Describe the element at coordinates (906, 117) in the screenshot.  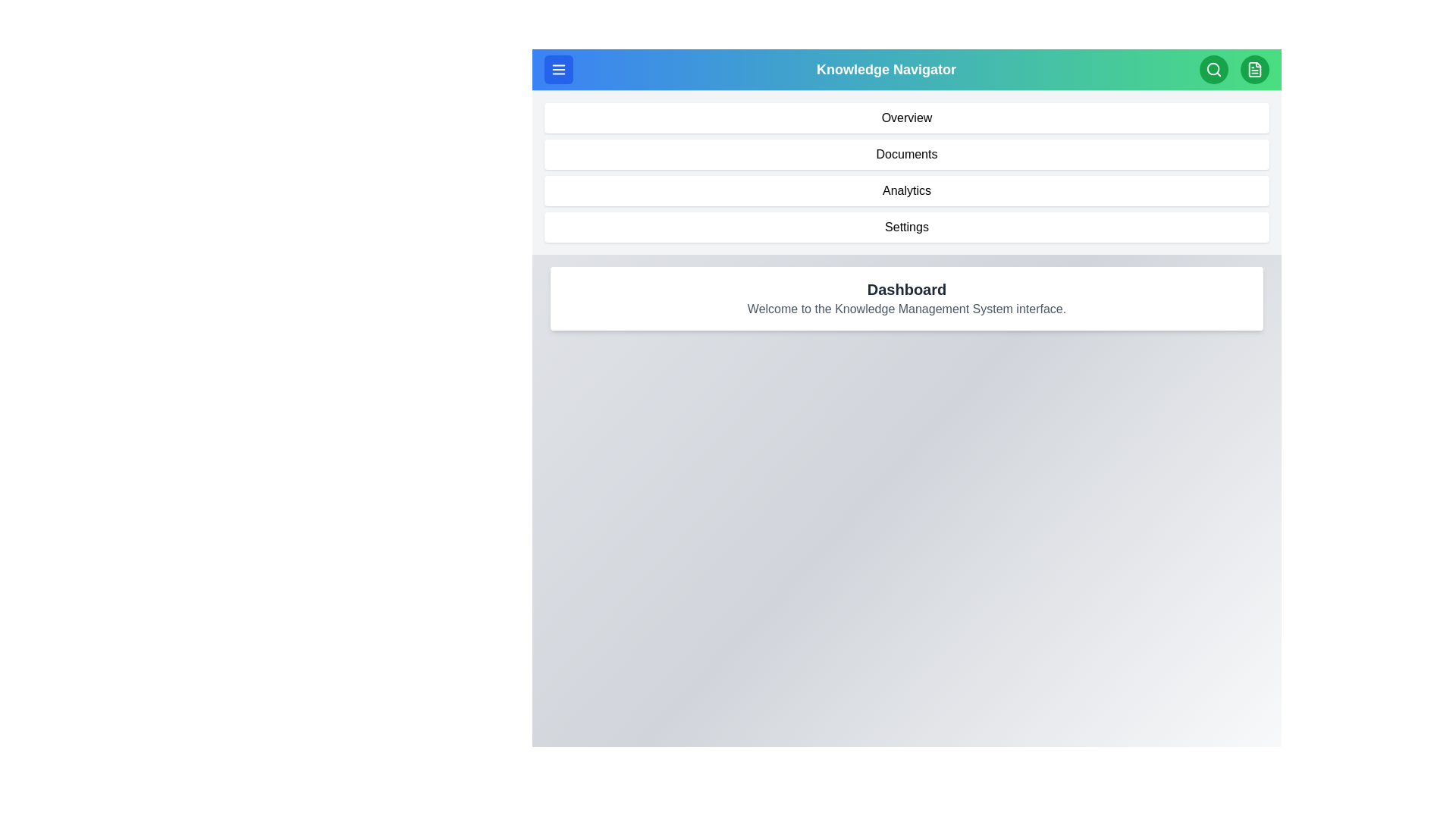
I see `the 'Overview' menu item in the navigation menu` at that location.